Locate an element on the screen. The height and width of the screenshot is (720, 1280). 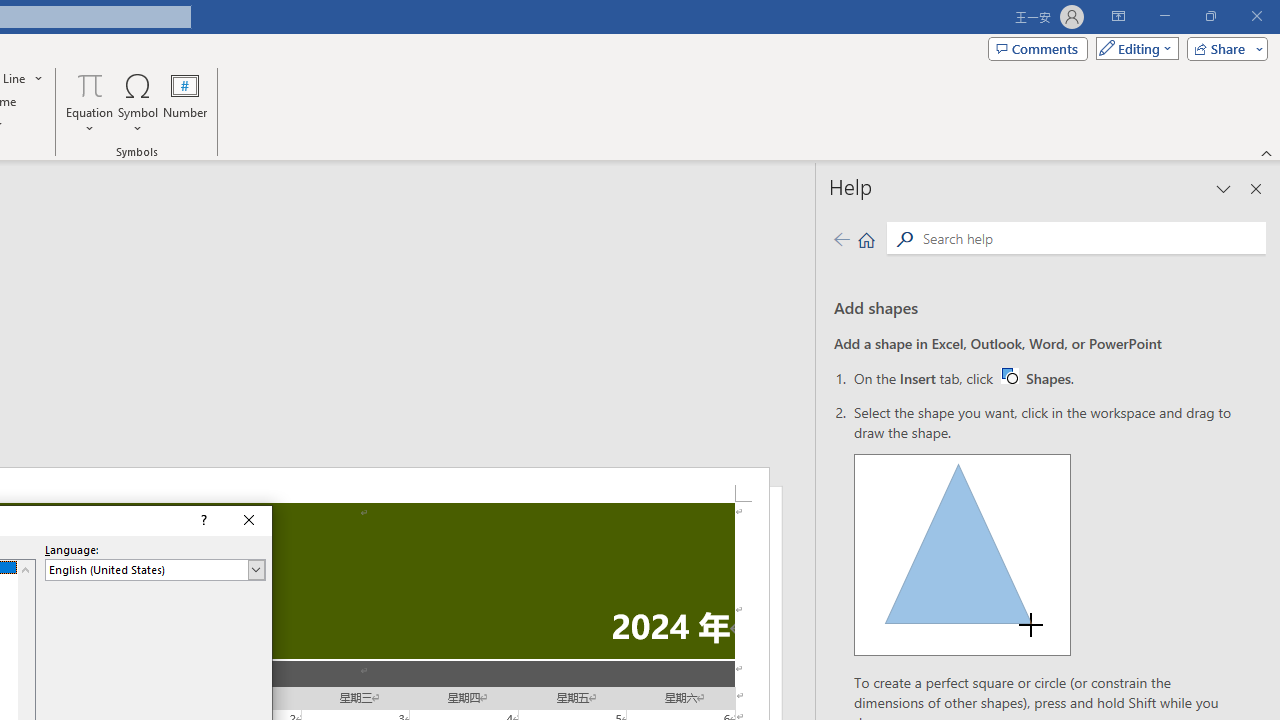
'Word W32 Shapes button icon' is located at coordinates (1009, 375).